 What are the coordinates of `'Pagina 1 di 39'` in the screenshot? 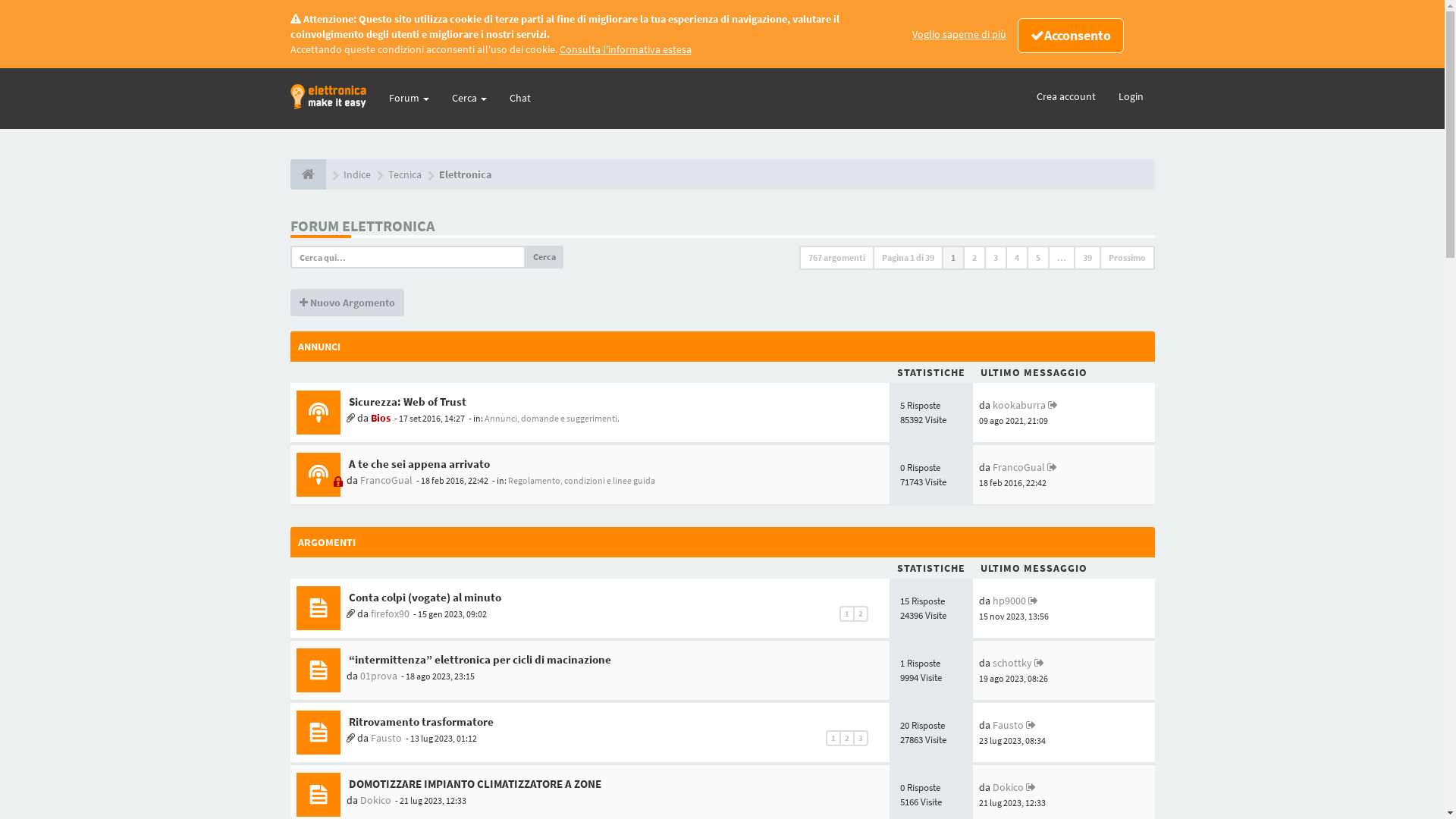 It's located at (907, 256).